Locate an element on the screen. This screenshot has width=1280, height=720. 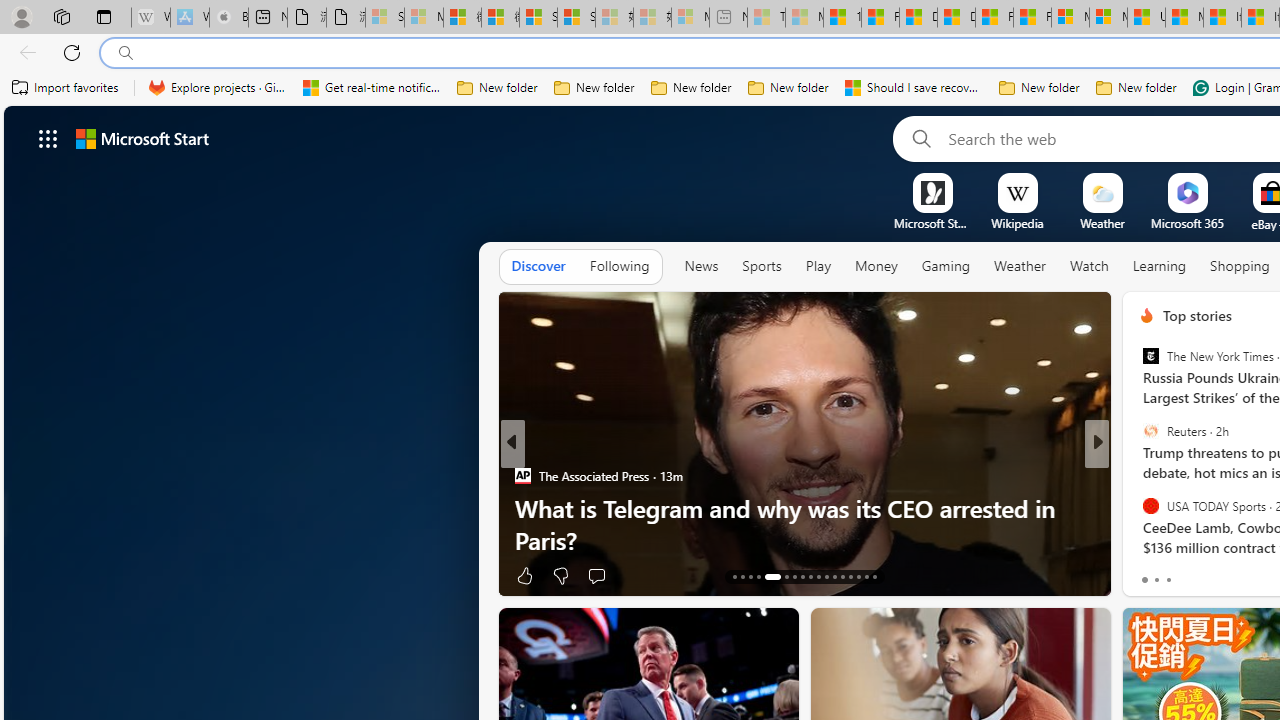
'AutomationID: tab-25' is located at coordinates (842, 577).